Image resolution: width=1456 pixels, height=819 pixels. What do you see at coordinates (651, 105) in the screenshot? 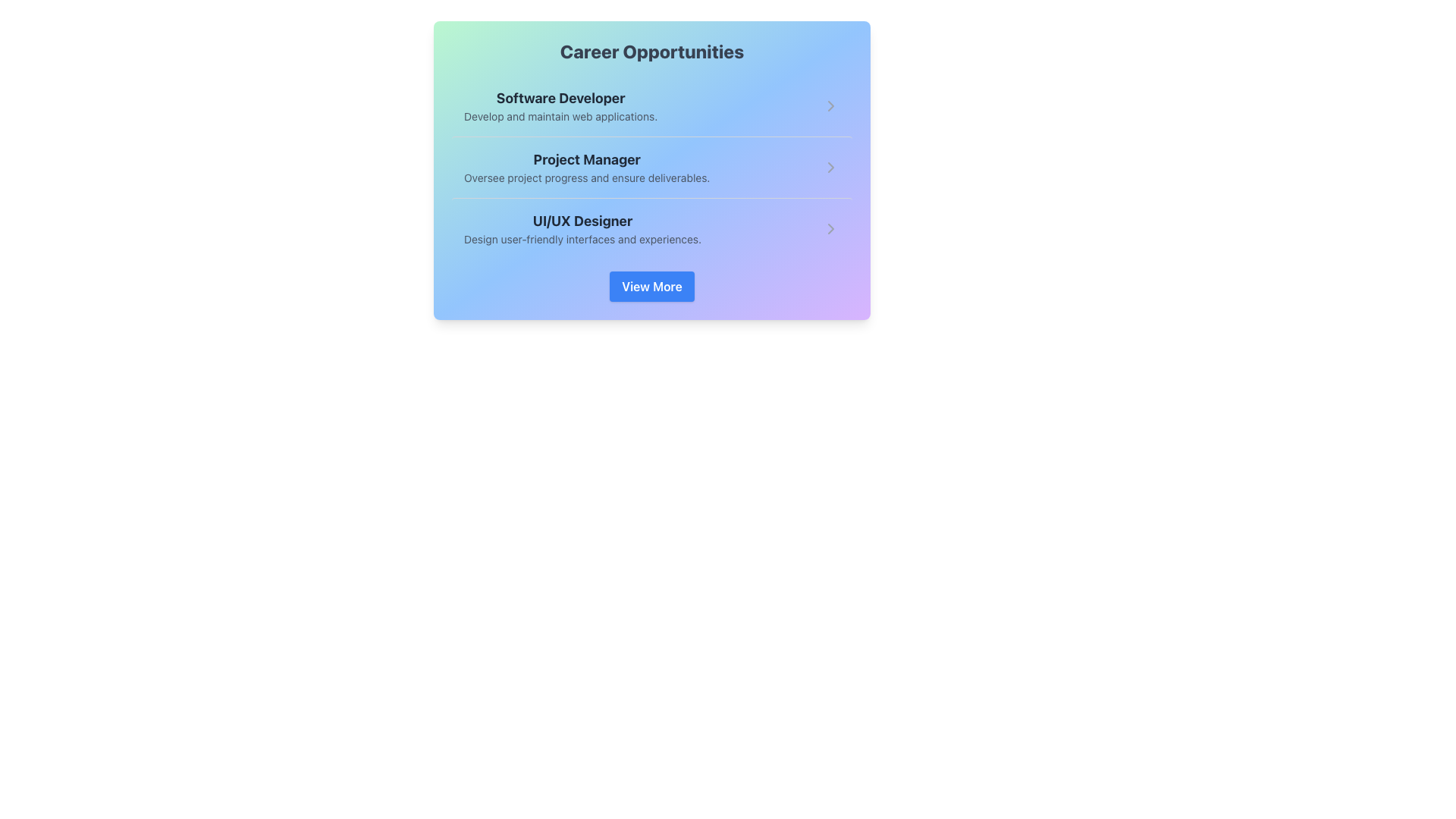
I see `the 'Software Developer' button, which is the first item in a vertical list of options within a card layout` at bounding box center [651, 105].